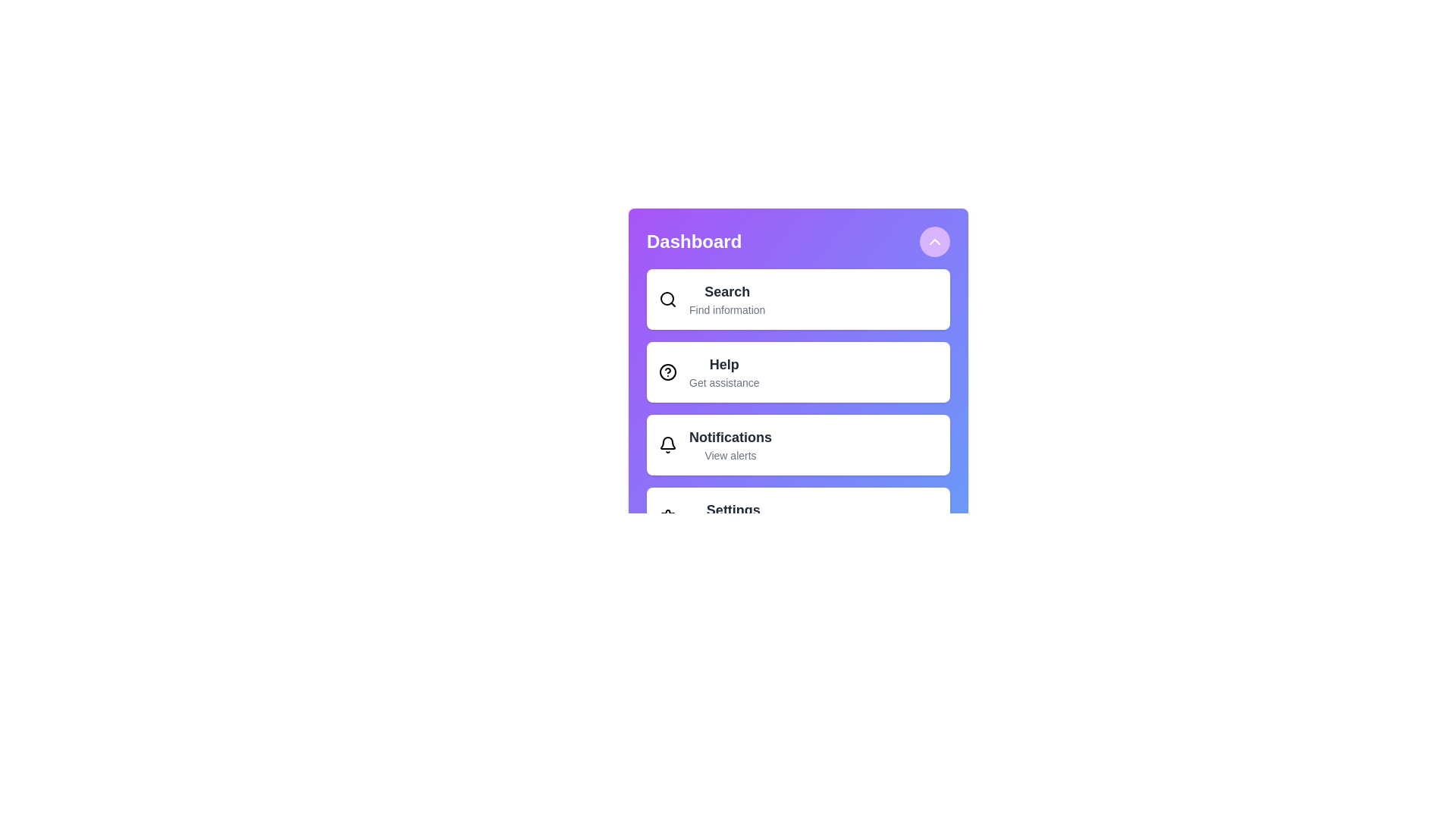 Image resolution: width=1456 pixels, height=819 pixels. I want to click on the menu item labeled Notifications, so click(797, 444).